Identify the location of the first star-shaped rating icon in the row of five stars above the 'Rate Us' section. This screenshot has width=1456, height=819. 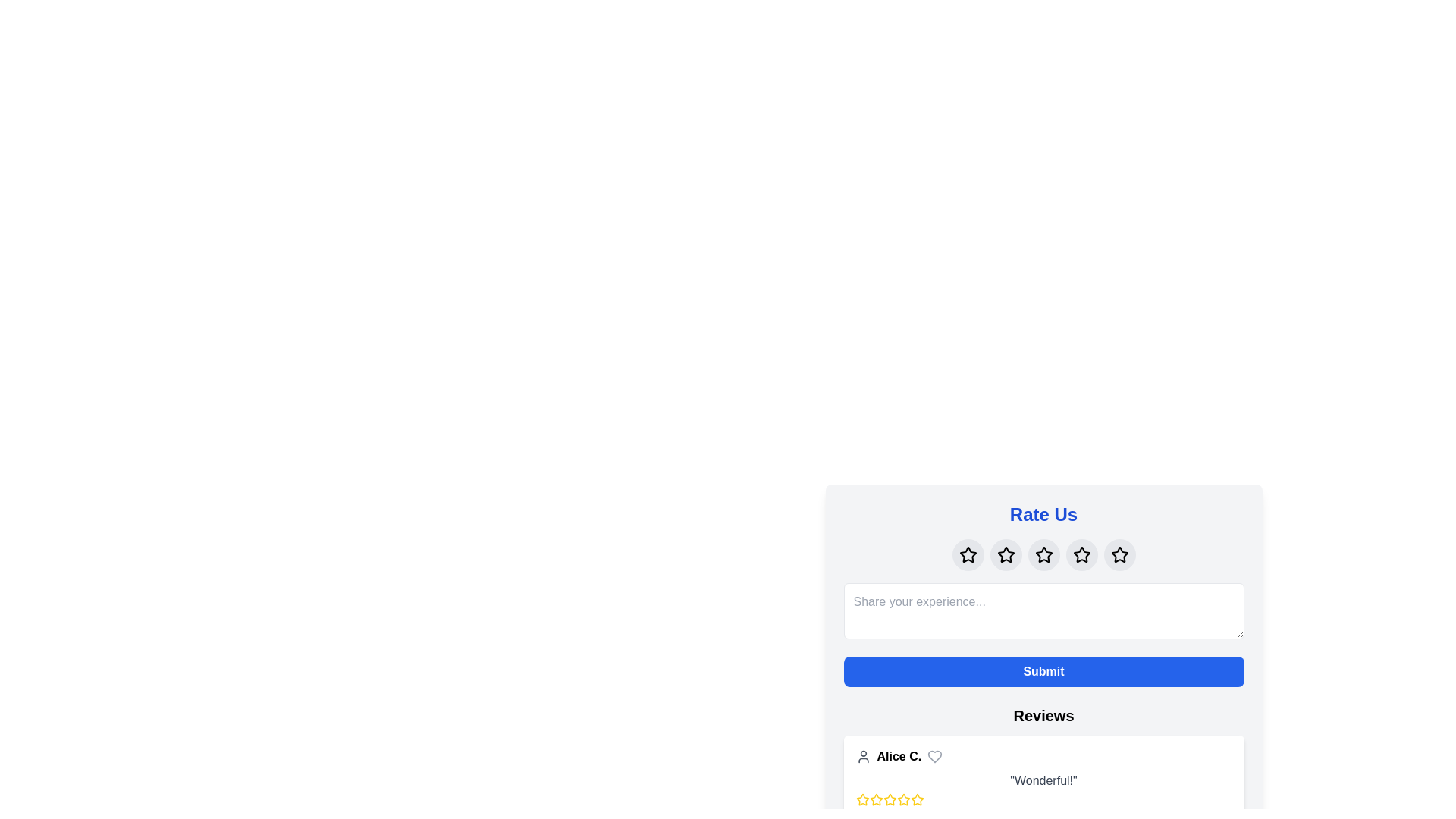
(967, 554).